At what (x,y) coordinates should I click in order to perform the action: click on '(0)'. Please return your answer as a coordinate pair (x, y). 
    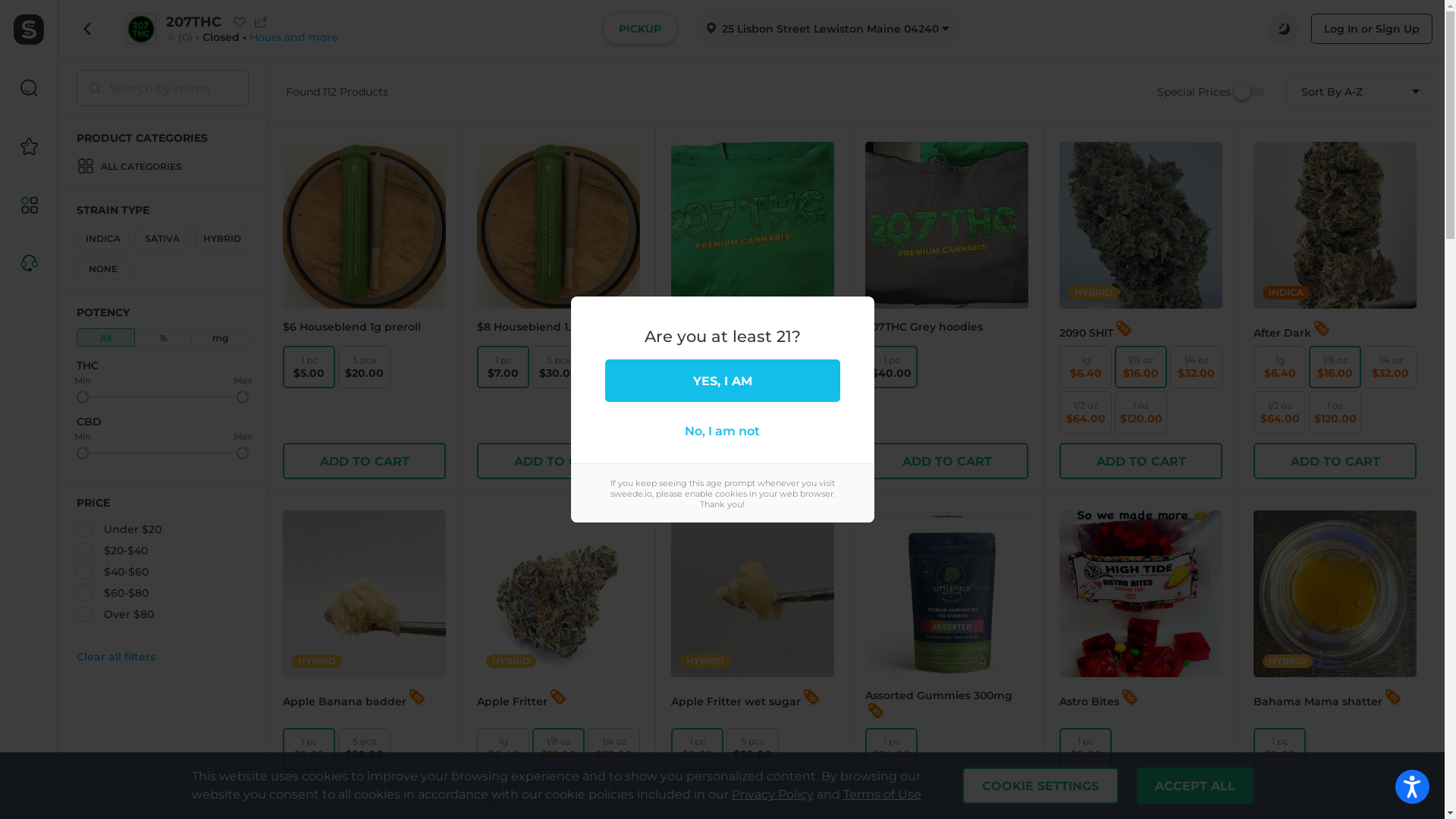
    Looking at the image, I should click on (184, 36).